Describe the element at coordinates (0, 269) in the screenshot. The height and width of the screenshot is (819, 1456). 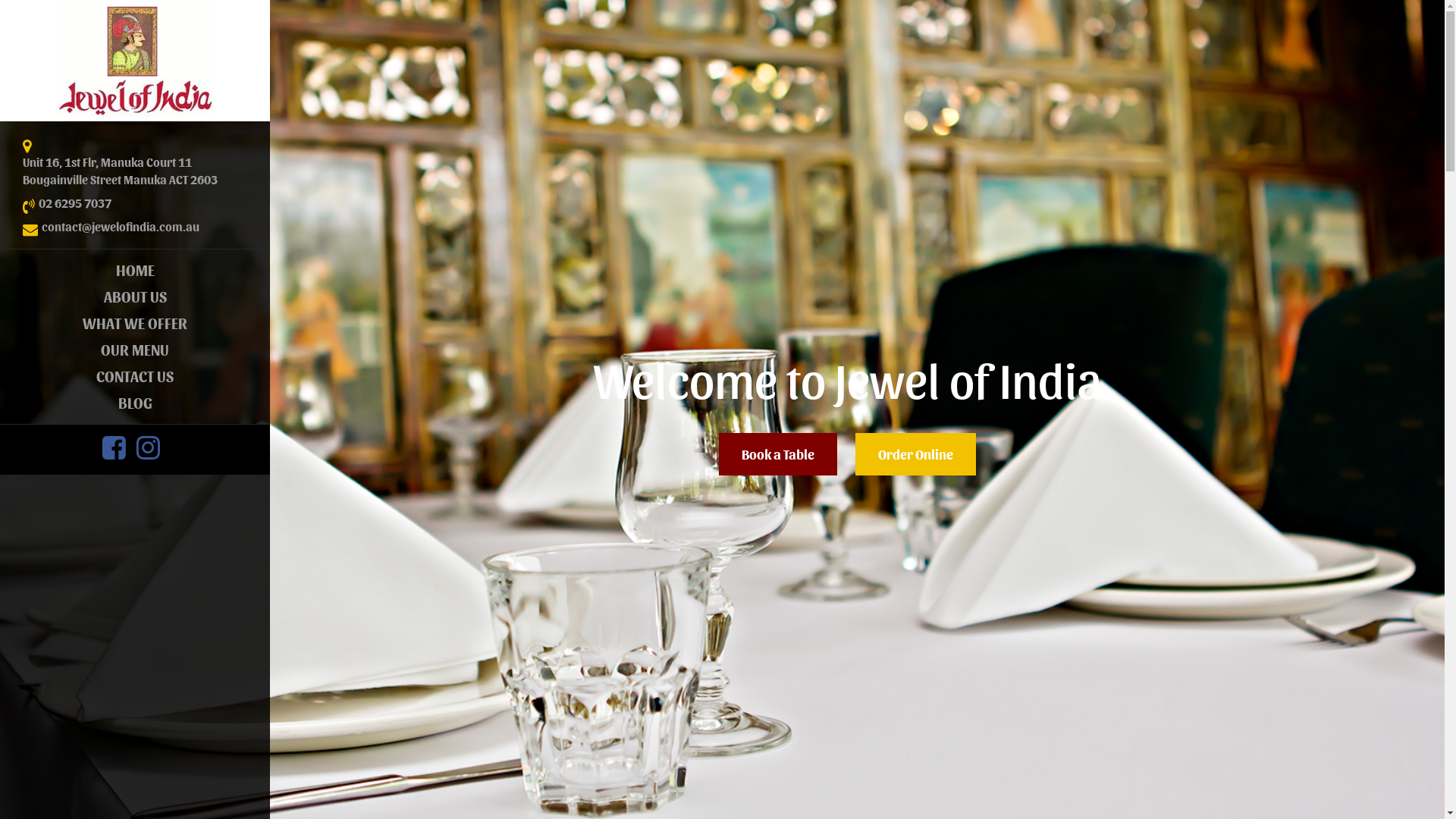
I see `'HOME'` at that location.